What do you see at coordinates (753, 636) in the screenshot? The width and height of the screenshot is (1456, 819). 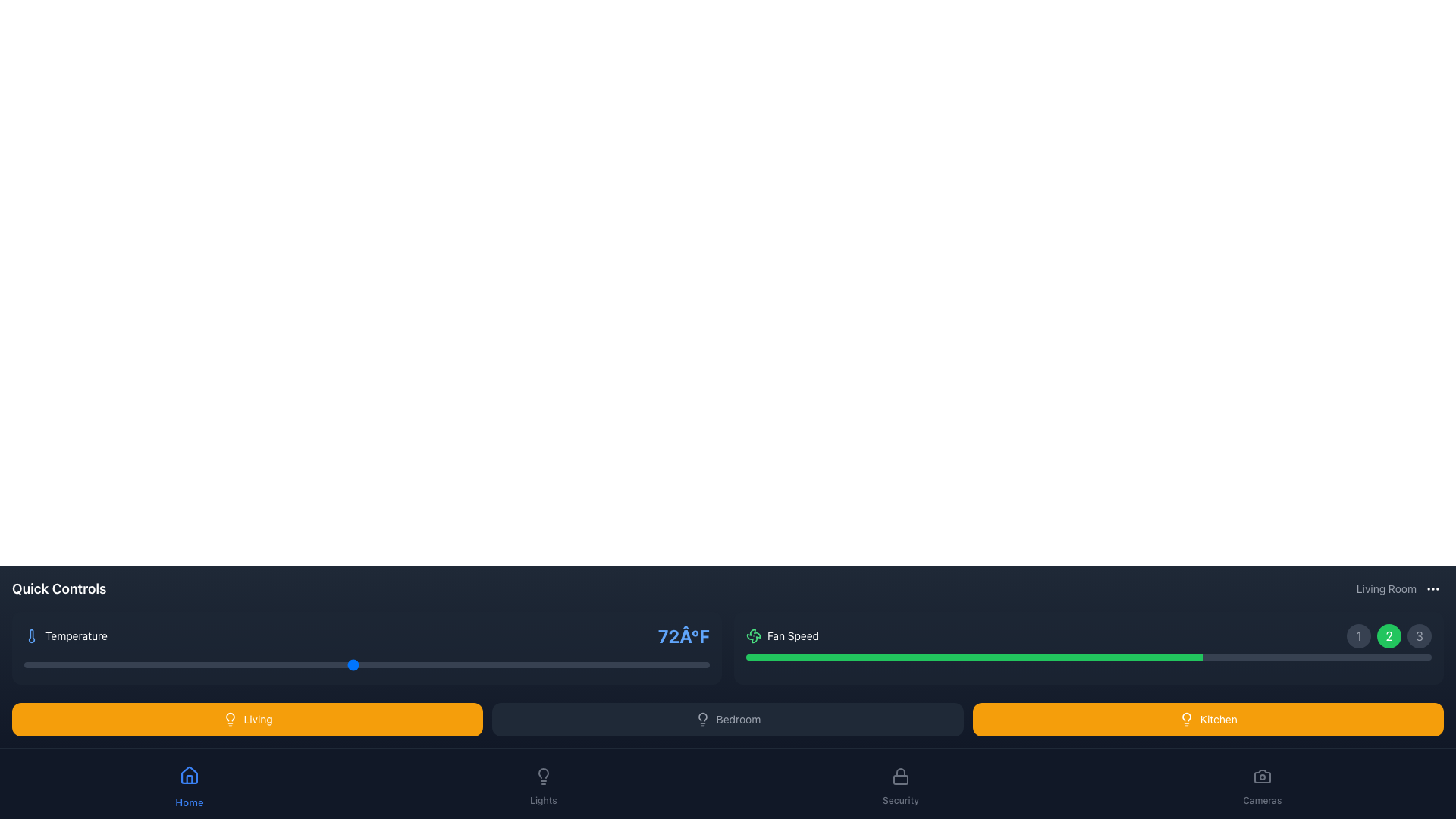 I see `the decorative fan icon with a green outline, located in the control section above the 'Fan Speed' label` at bounding box center [753, 636].